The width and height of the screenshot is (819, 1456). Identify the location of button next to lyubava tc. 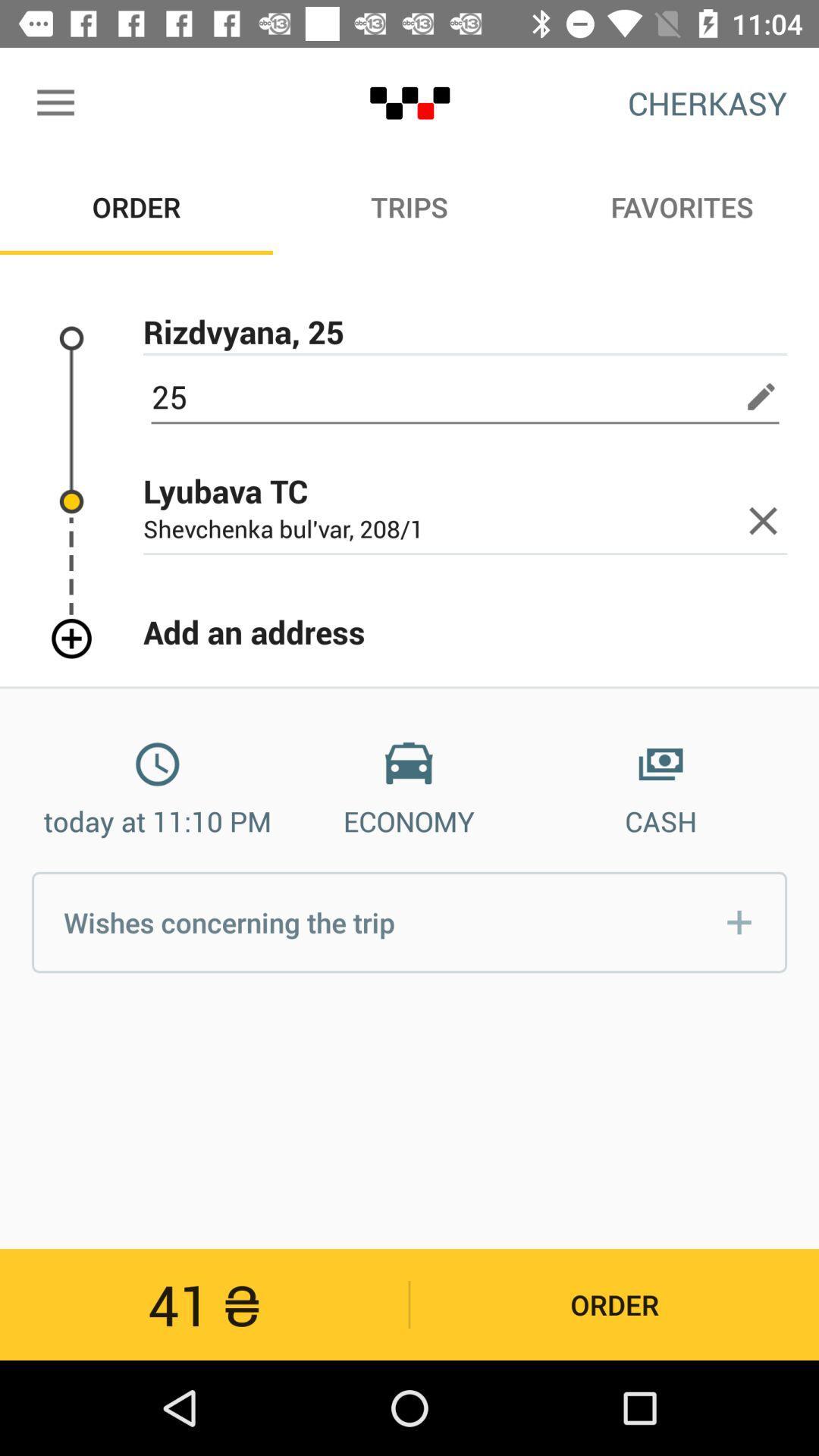
(763, 521).